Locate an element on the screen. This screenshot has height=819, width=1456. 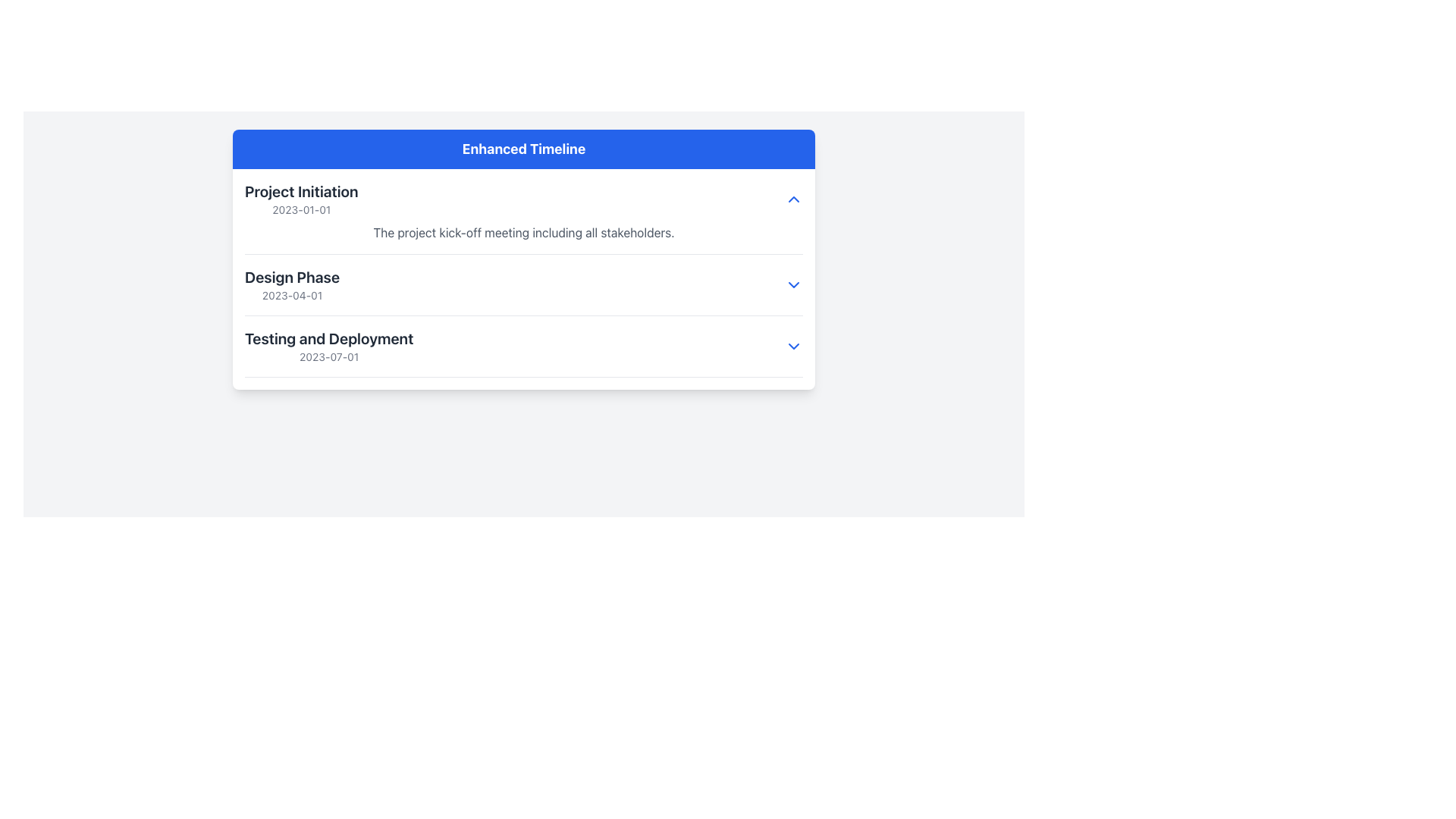
the upward chevron arrow icon button located in the top-right corner of the 'Project Initiation' section within the 'Enhanced Timeline' component is located at coordinates (792, 198).